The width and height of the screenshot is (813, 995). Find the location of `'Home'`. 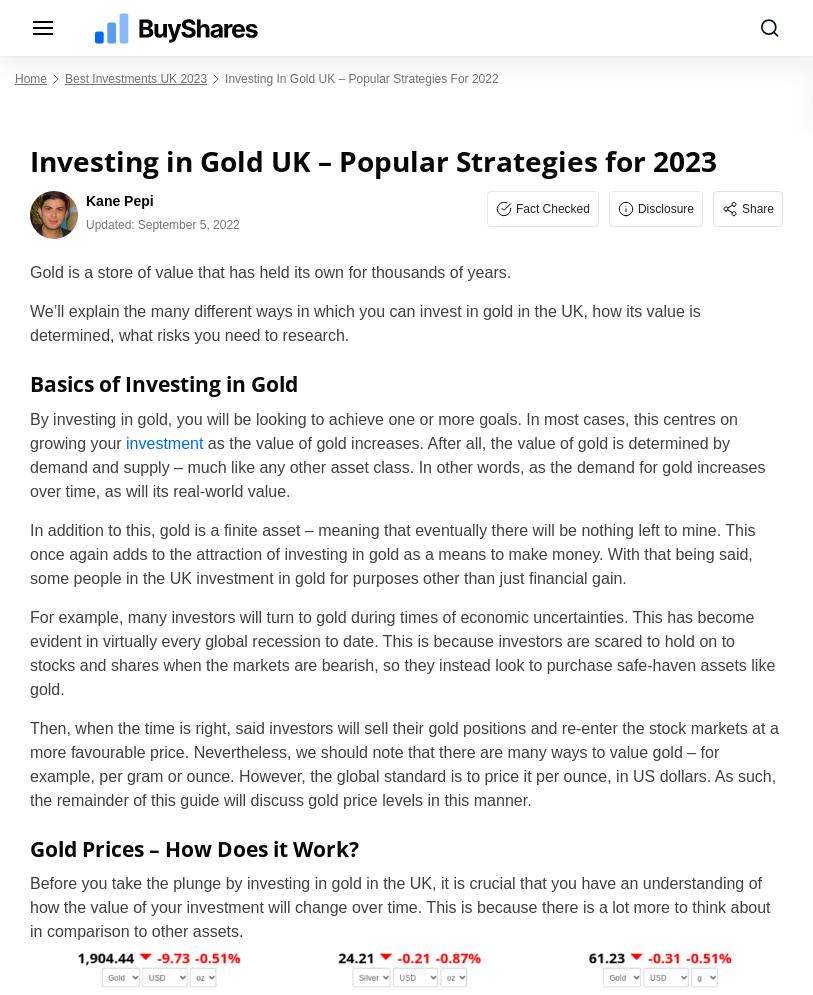

'Home' is located at coordinates (29, 79).